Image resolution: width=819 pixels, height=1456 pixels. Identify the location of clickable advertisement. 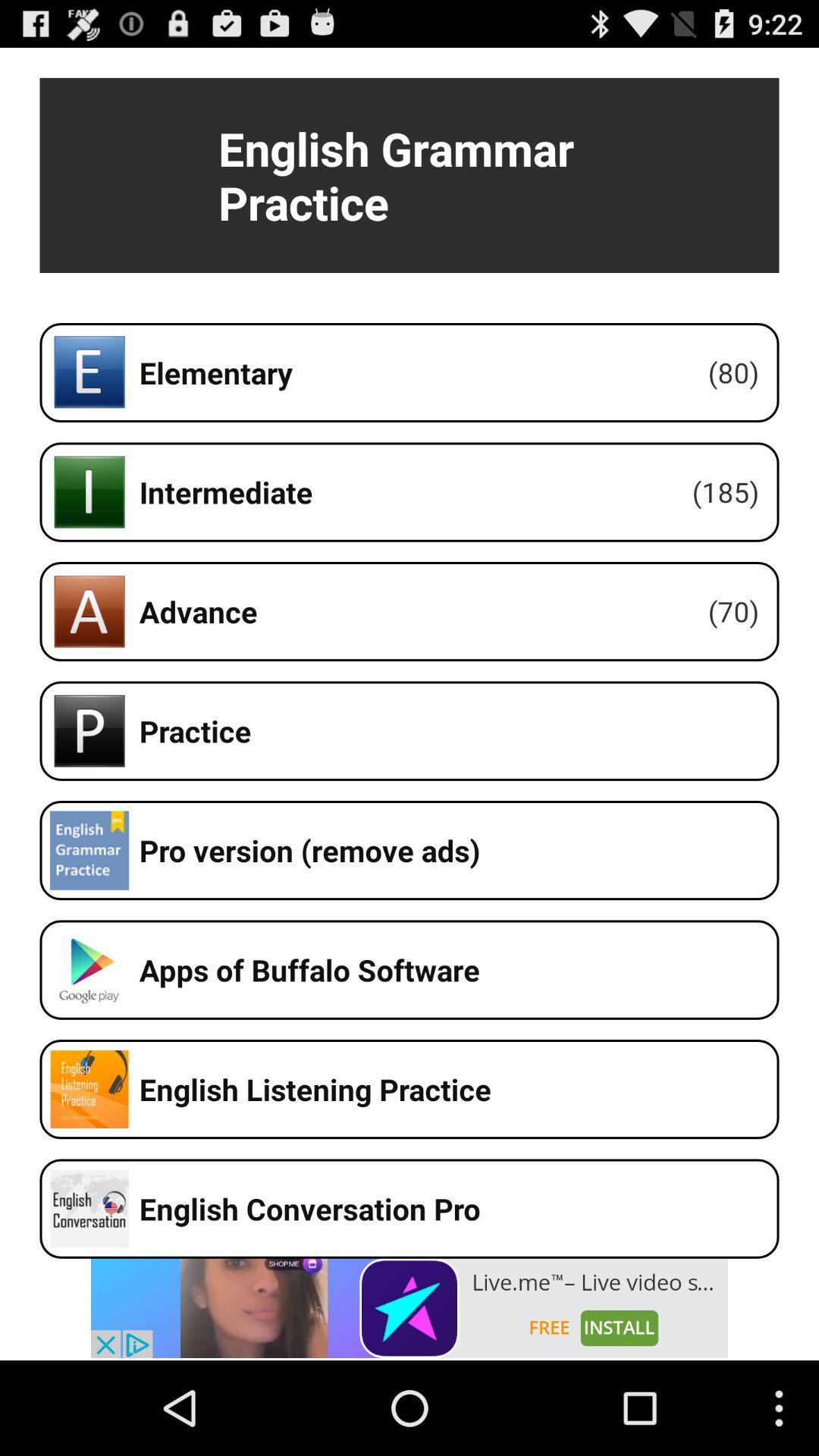
(409, 1307).